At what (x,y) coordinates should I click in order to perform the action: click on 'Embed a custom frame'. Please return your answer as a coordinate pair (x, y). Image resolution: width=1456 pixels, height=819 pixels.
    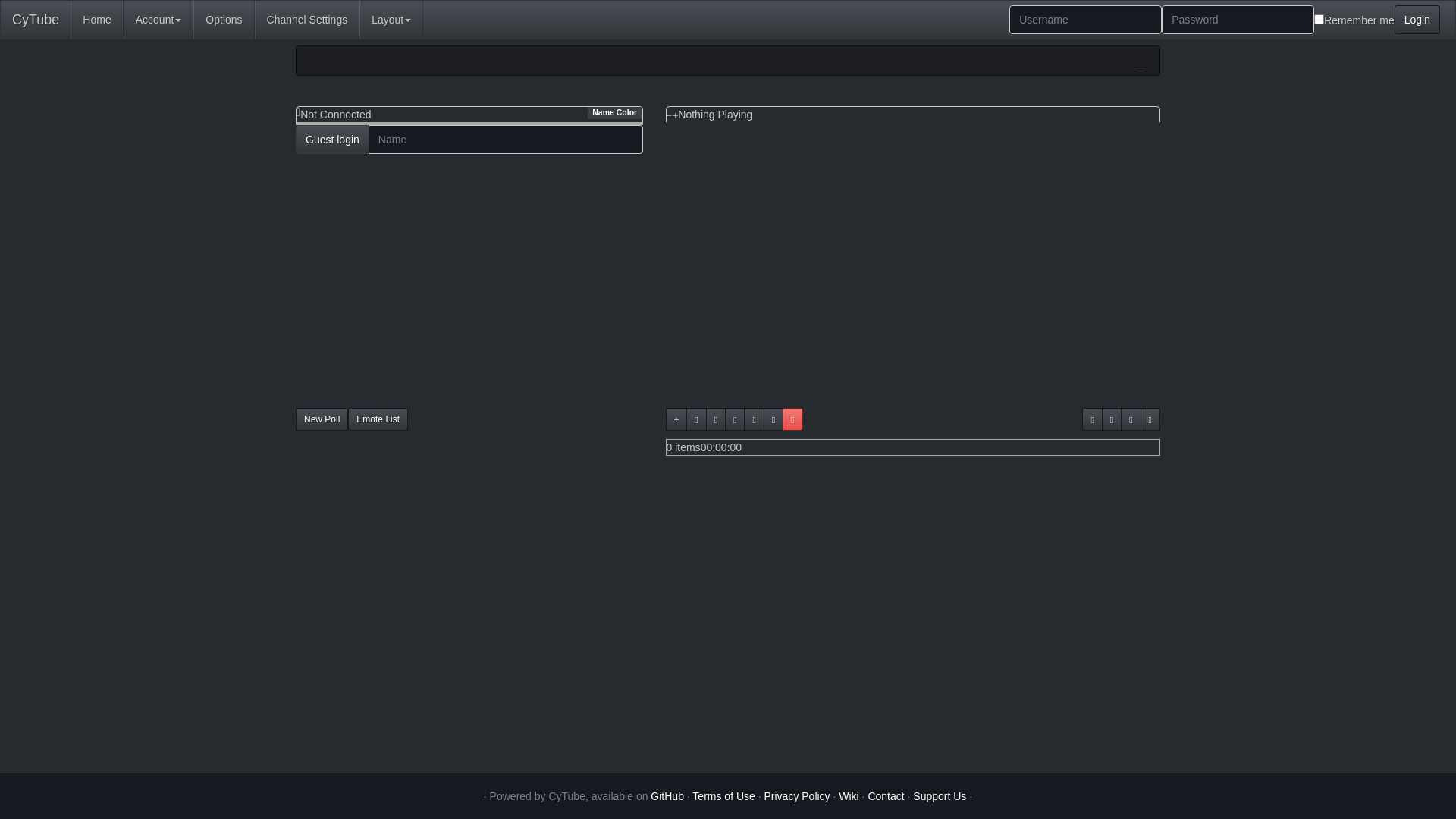
    Looking at the image, I should click on (715, 419).